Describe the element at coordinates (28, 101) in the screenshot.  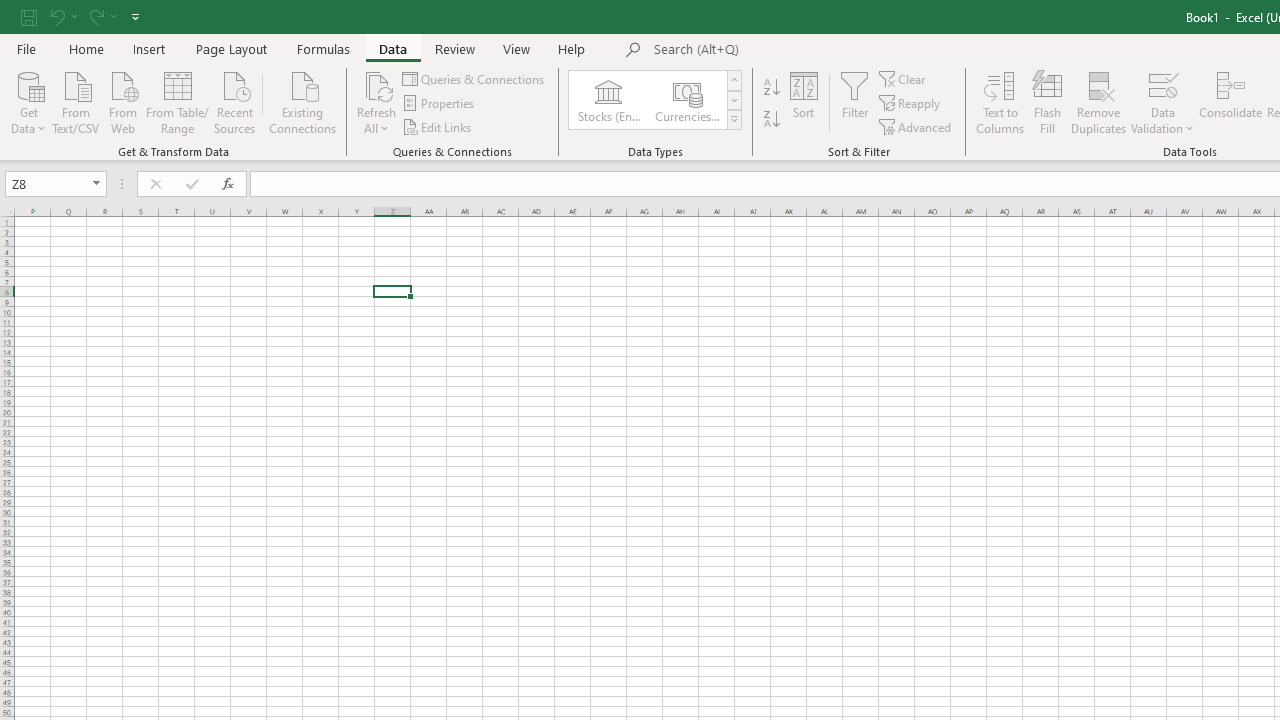
I see `'Get Data'` at that location.